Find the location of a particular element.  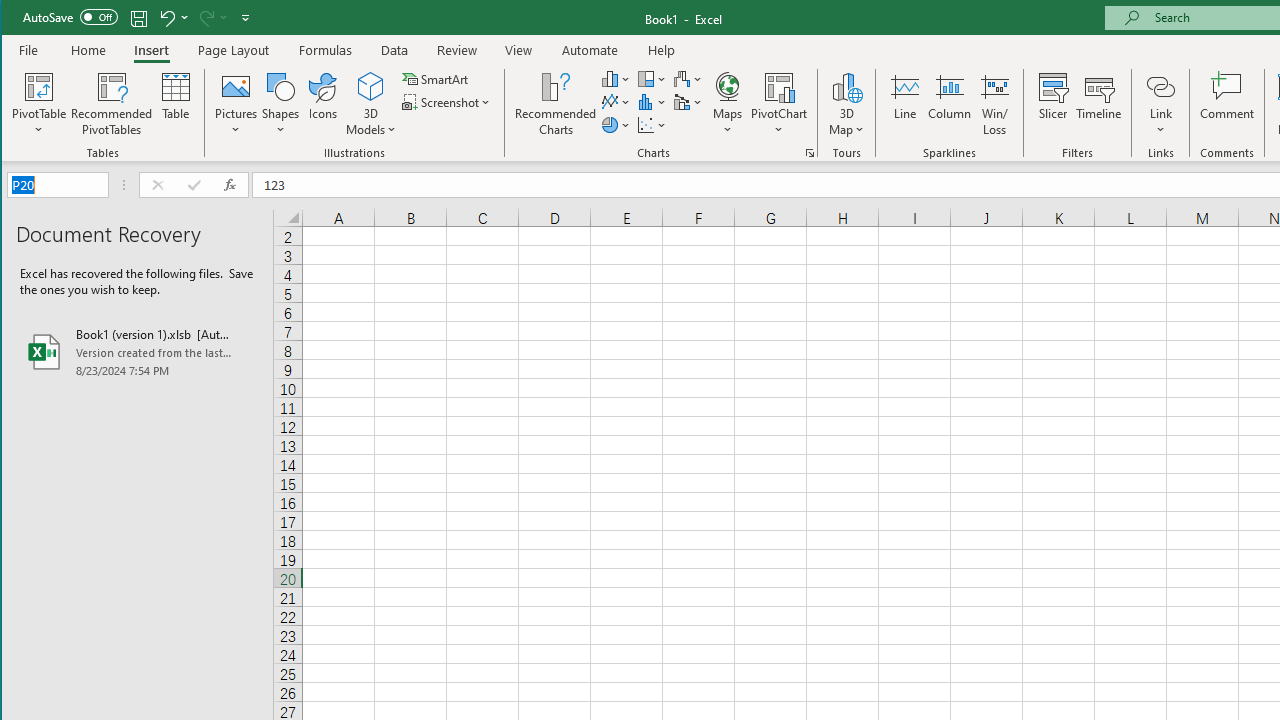

'Insert Hierarchy Chart' is located at coordinates (652, 78).